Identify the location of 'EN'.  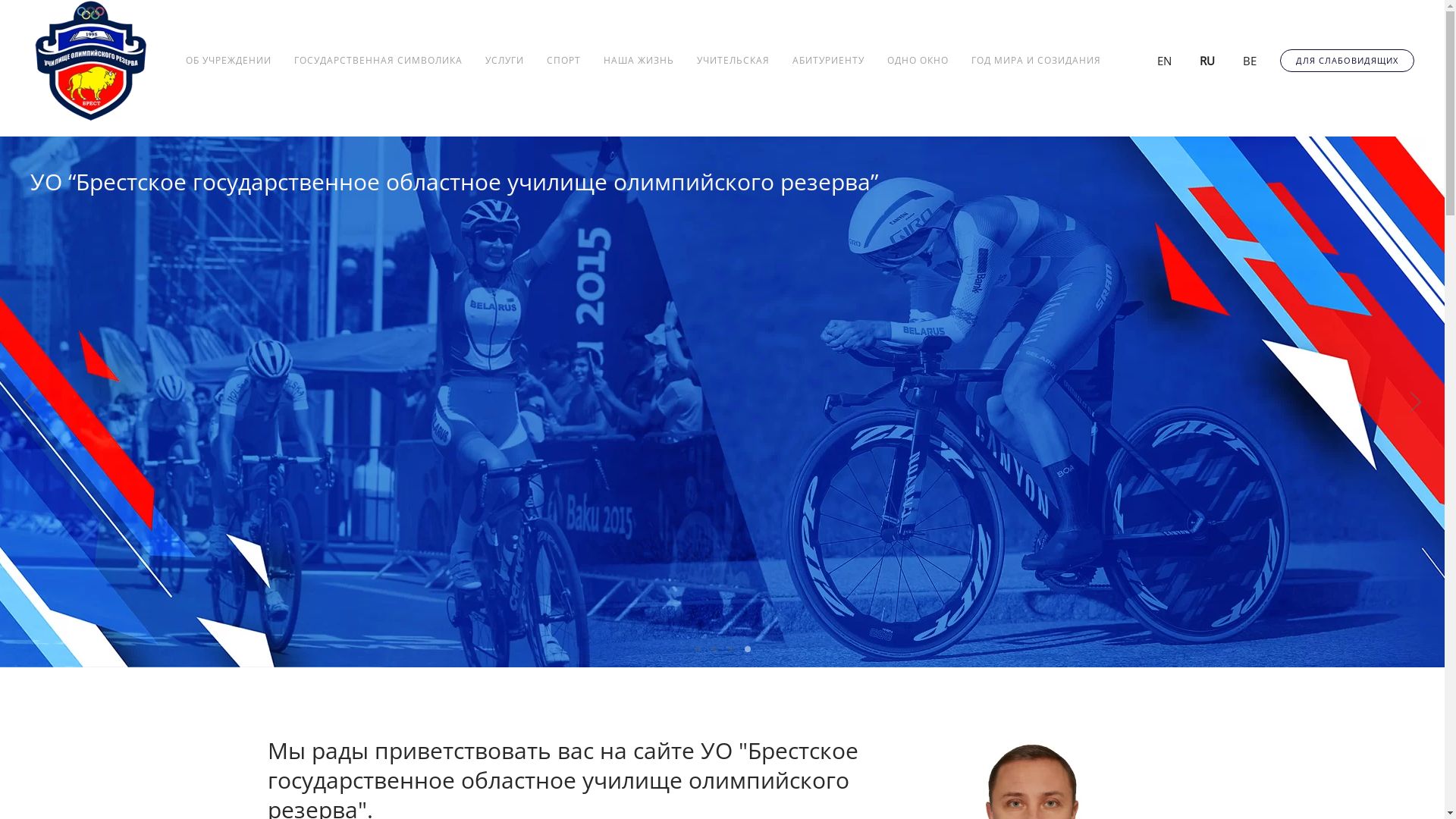
(1154, 58).